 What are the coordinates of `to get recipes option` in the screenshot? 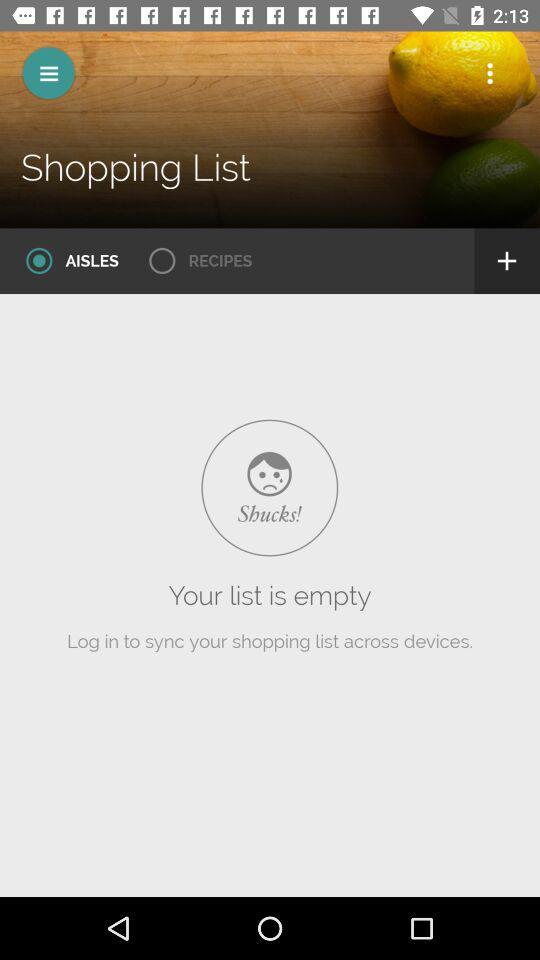 It's located at (194, 260).